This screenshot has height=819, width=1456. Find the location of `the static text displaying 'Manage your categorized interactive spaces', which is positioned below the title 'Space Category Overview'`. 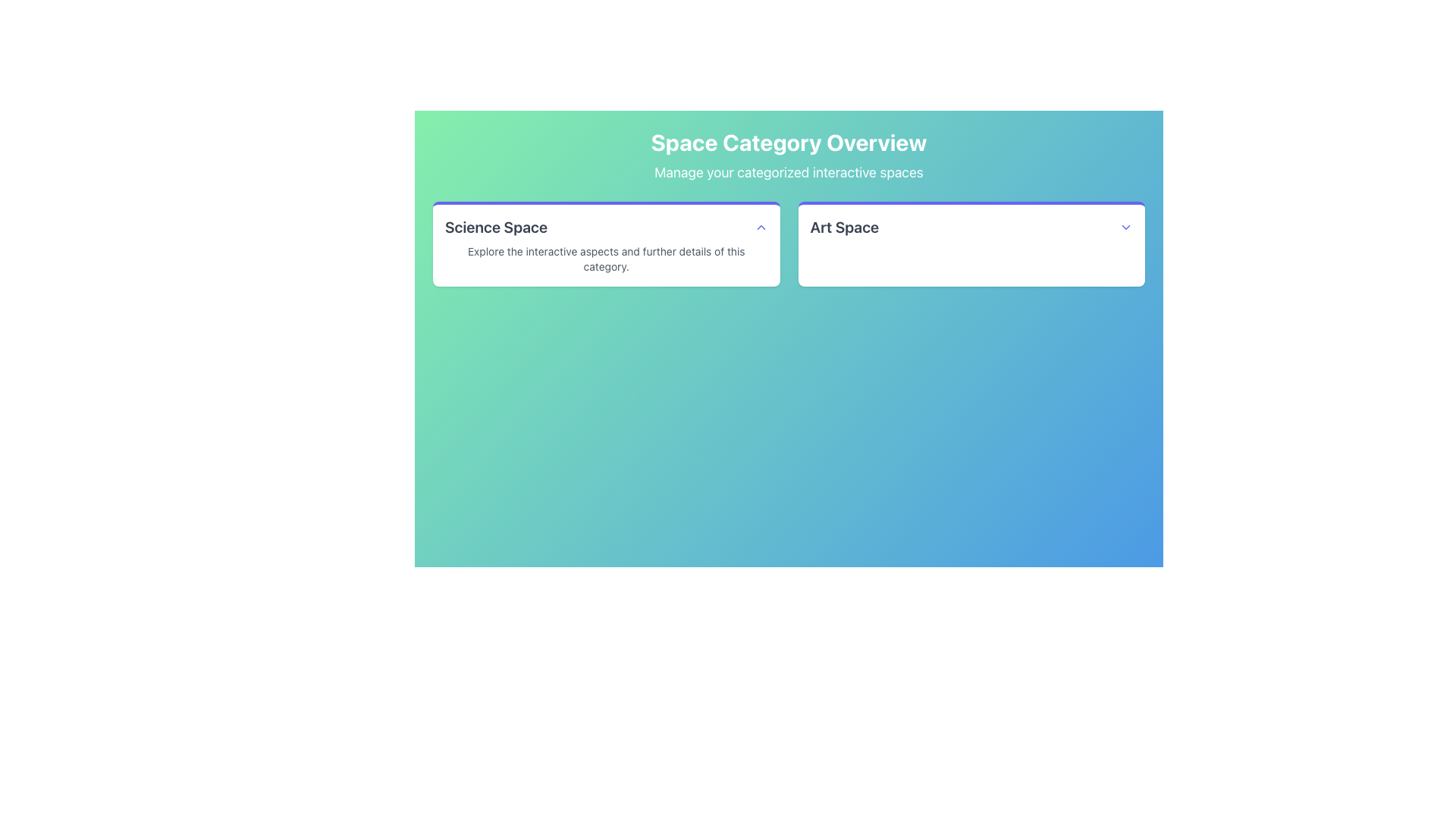

the static text displaying 'Manage your categorized interactive spaces', which is positioned below the title 'Space Category Overview' is located at coordinates (789, 171).